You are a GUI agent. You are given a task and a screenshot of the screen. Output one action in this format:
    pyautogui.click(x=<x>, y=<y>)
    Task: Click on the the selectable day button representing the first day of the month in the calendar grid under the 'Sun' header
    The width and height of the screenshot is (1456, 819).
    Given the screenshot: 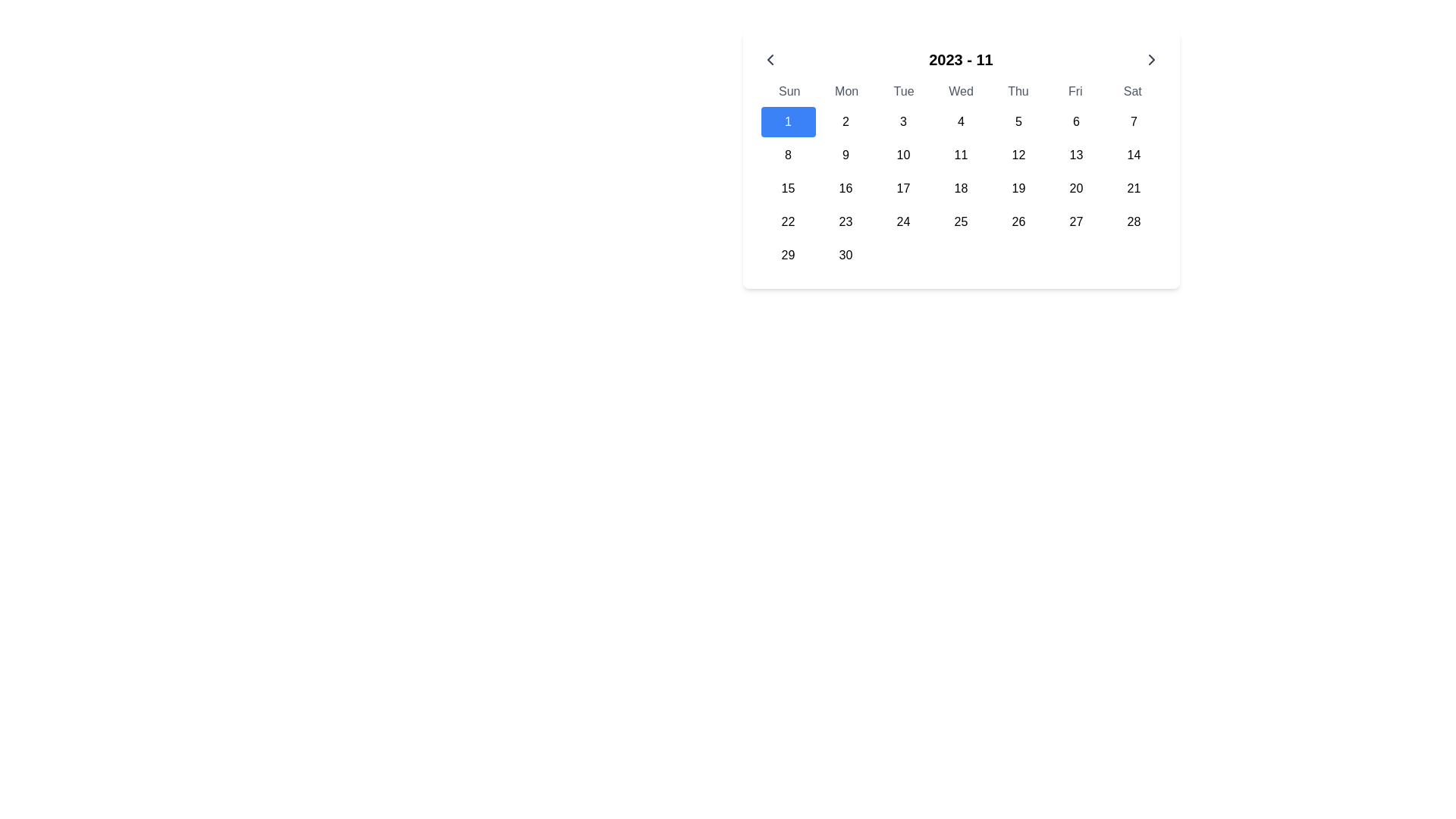 What is the action you would take?
    pyautogui.click(x=788, y=121)
    